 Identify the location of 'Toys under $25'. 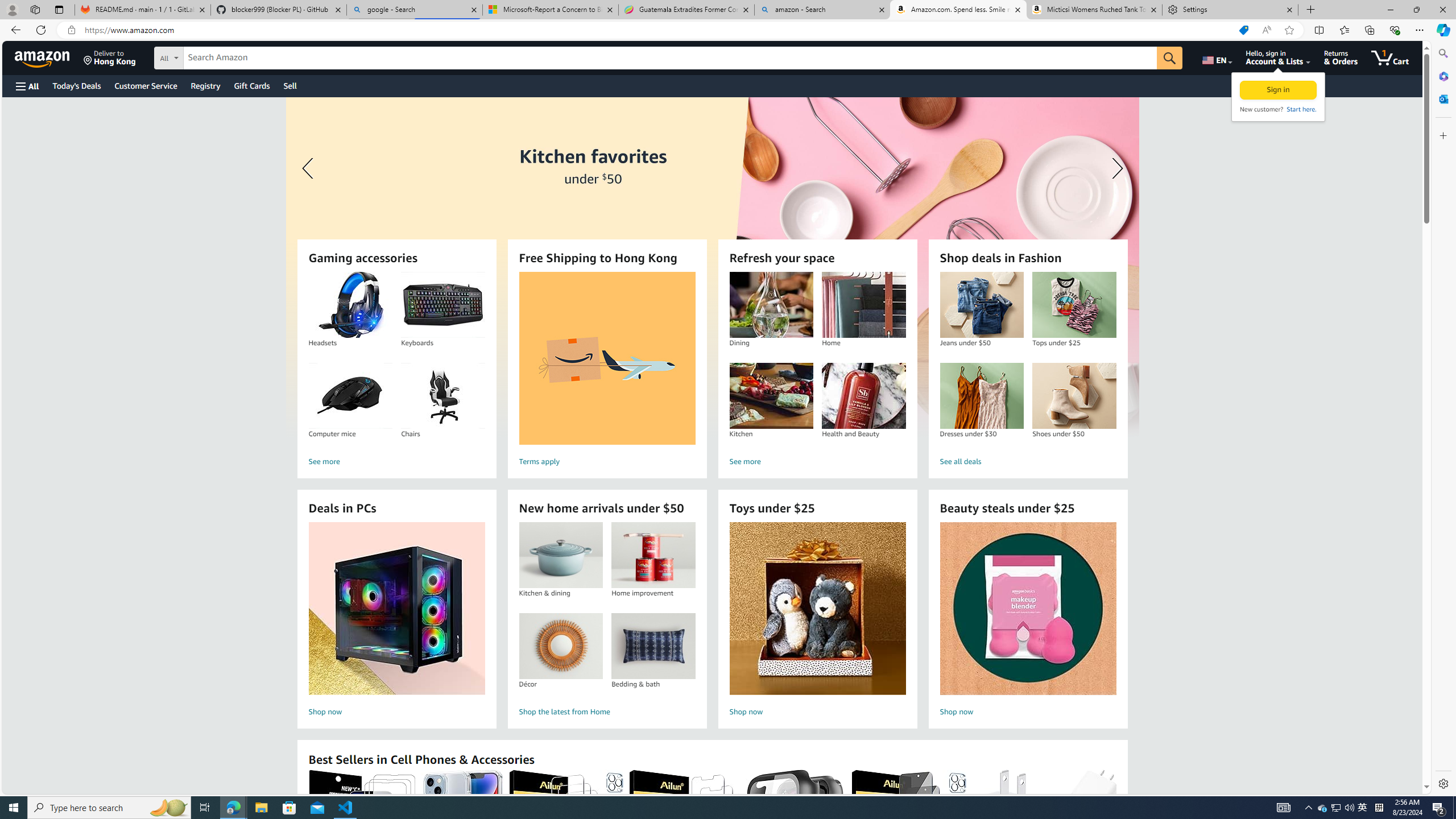
(818, 608).